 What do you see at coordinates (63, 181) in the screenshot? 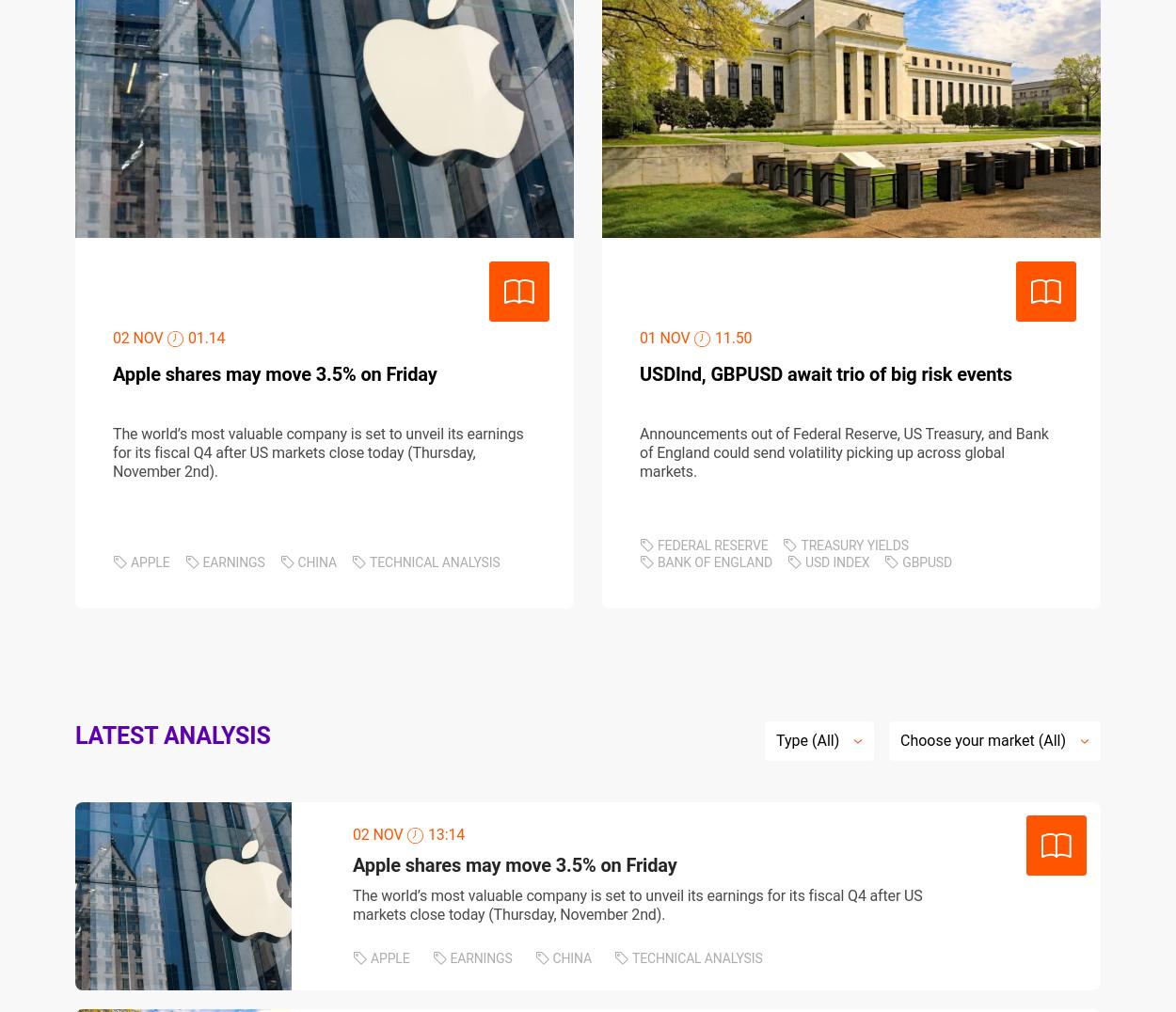
I see `'JOIN US'` at bounding box center [63, 181].